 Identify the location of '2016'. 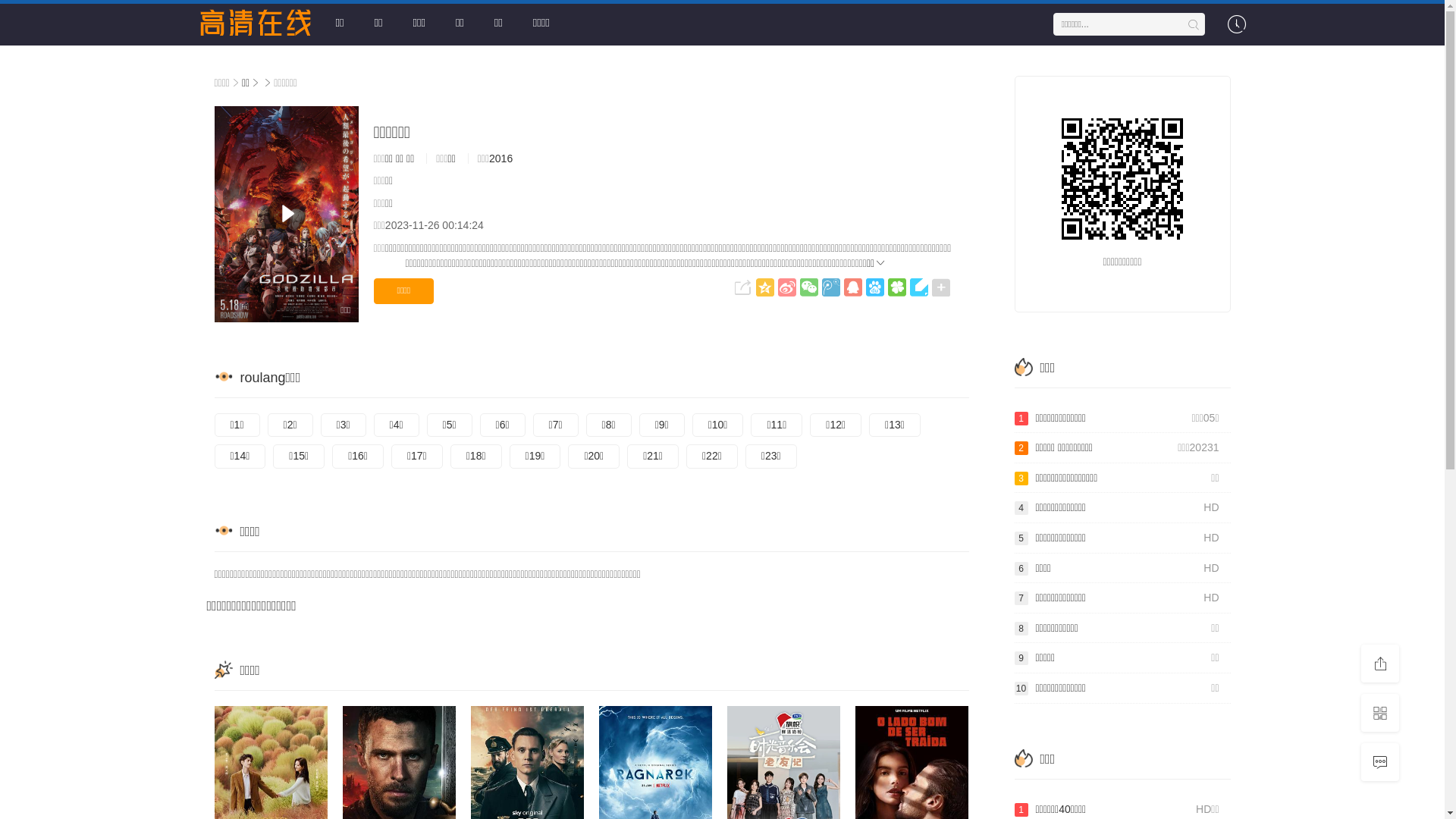
(500, 158).